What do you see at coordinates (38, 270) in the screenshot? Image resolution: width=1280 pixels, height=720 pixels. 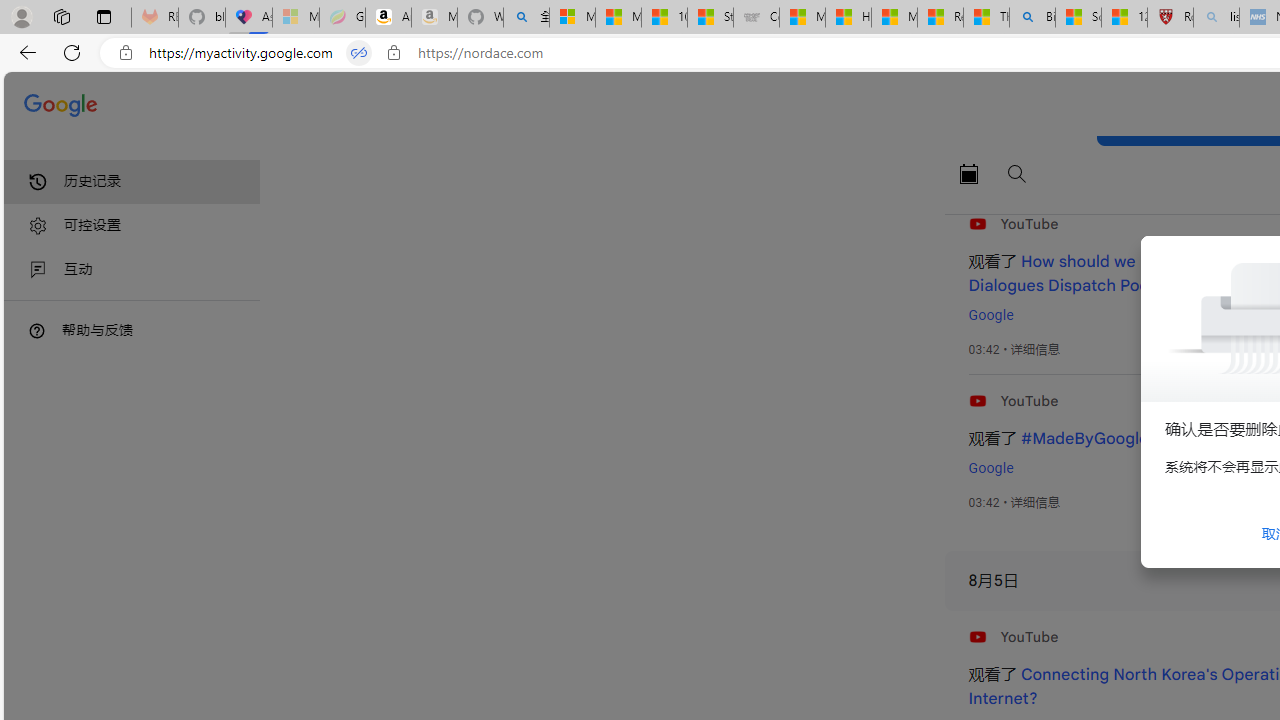 I see `'Class: i2GIId'` at bounding box center [38, 270].